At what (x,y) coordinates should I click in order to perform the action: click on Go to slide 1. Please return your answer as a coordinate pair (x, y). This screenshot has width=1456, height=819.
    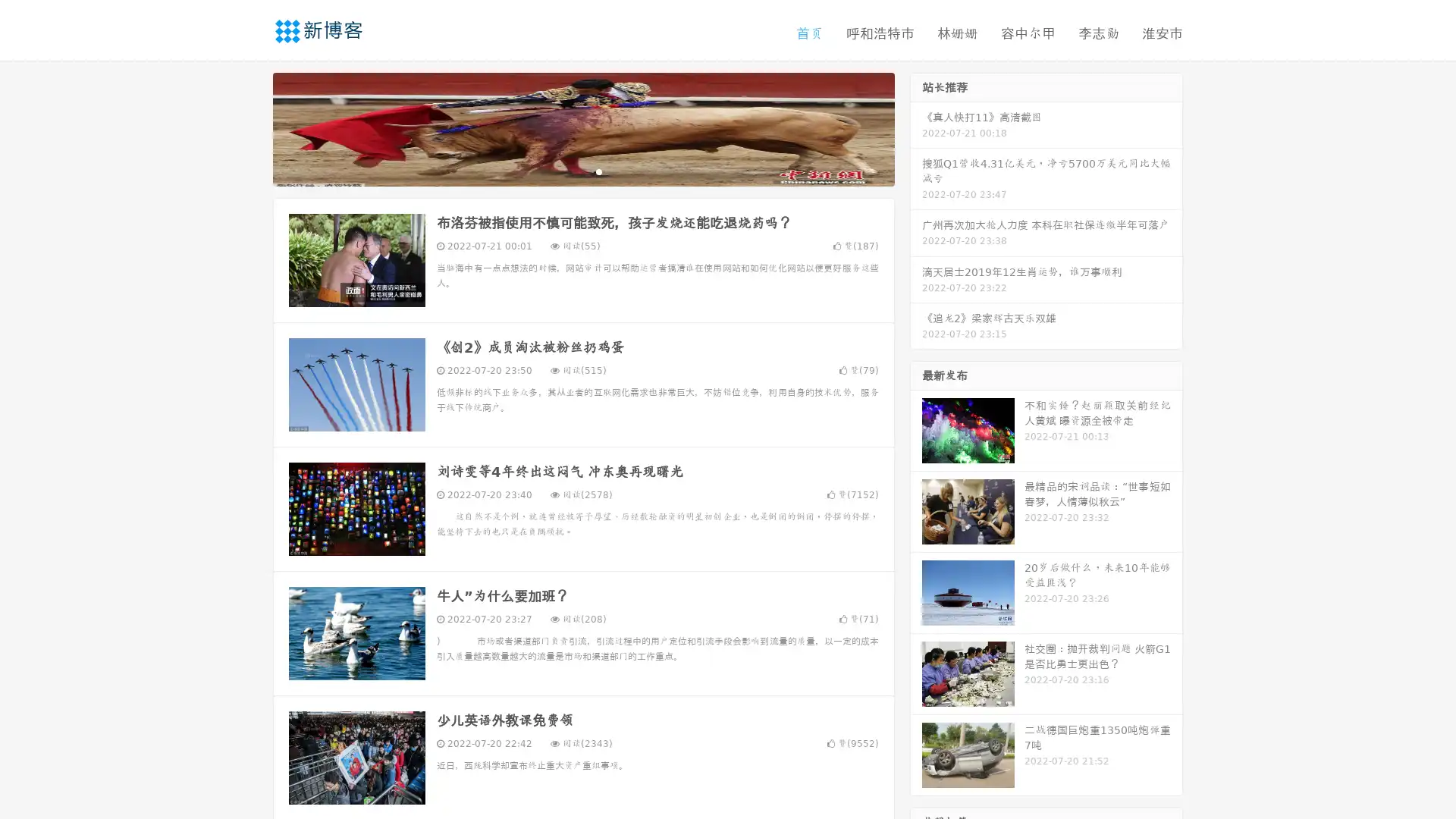
    Looking at the image, I should click on (567, 171).